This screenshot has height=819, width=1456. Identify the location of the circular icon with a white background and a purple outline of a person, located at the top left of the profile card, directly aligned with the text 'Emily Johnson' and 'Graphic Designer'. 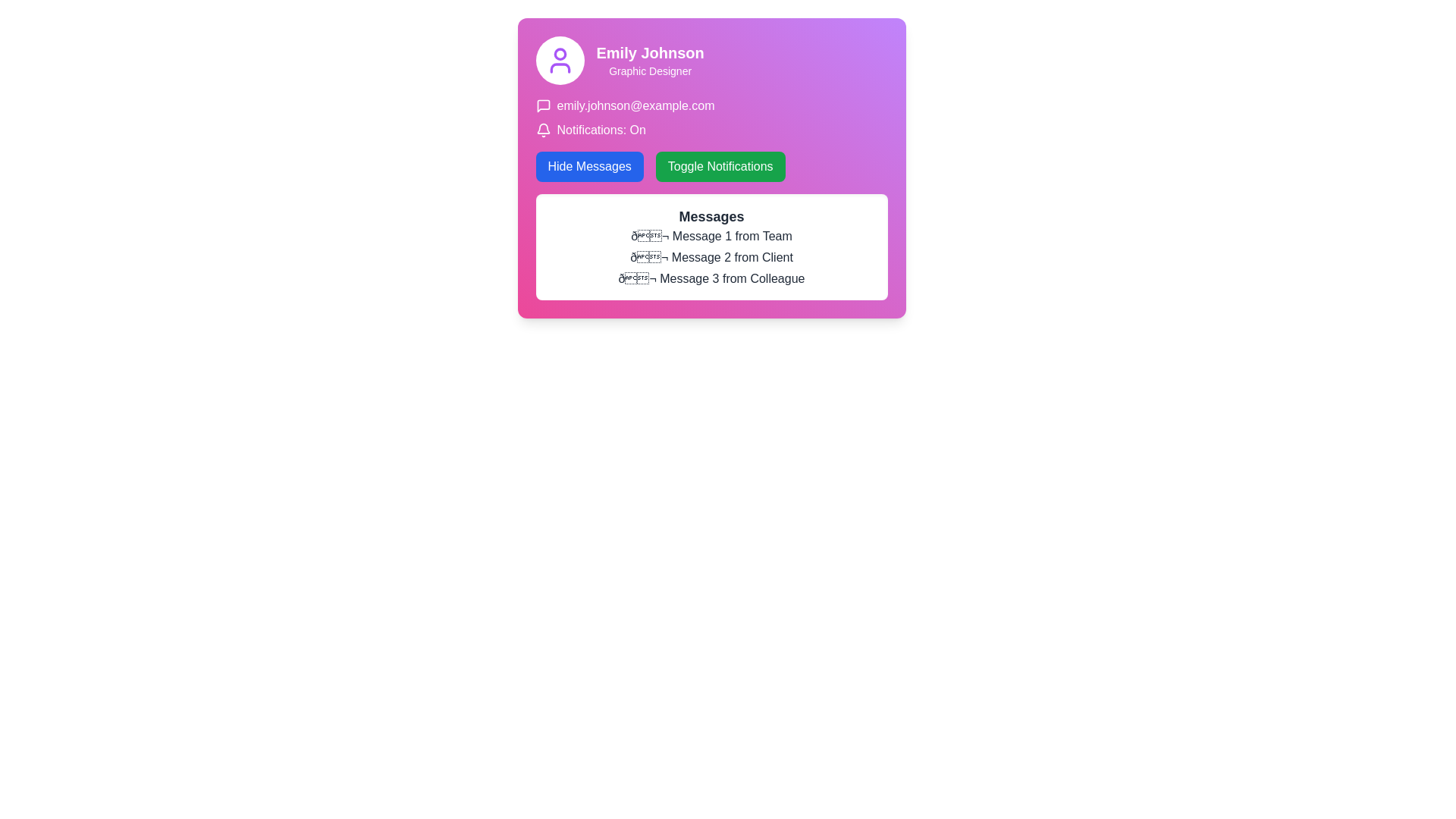
(559, 60).